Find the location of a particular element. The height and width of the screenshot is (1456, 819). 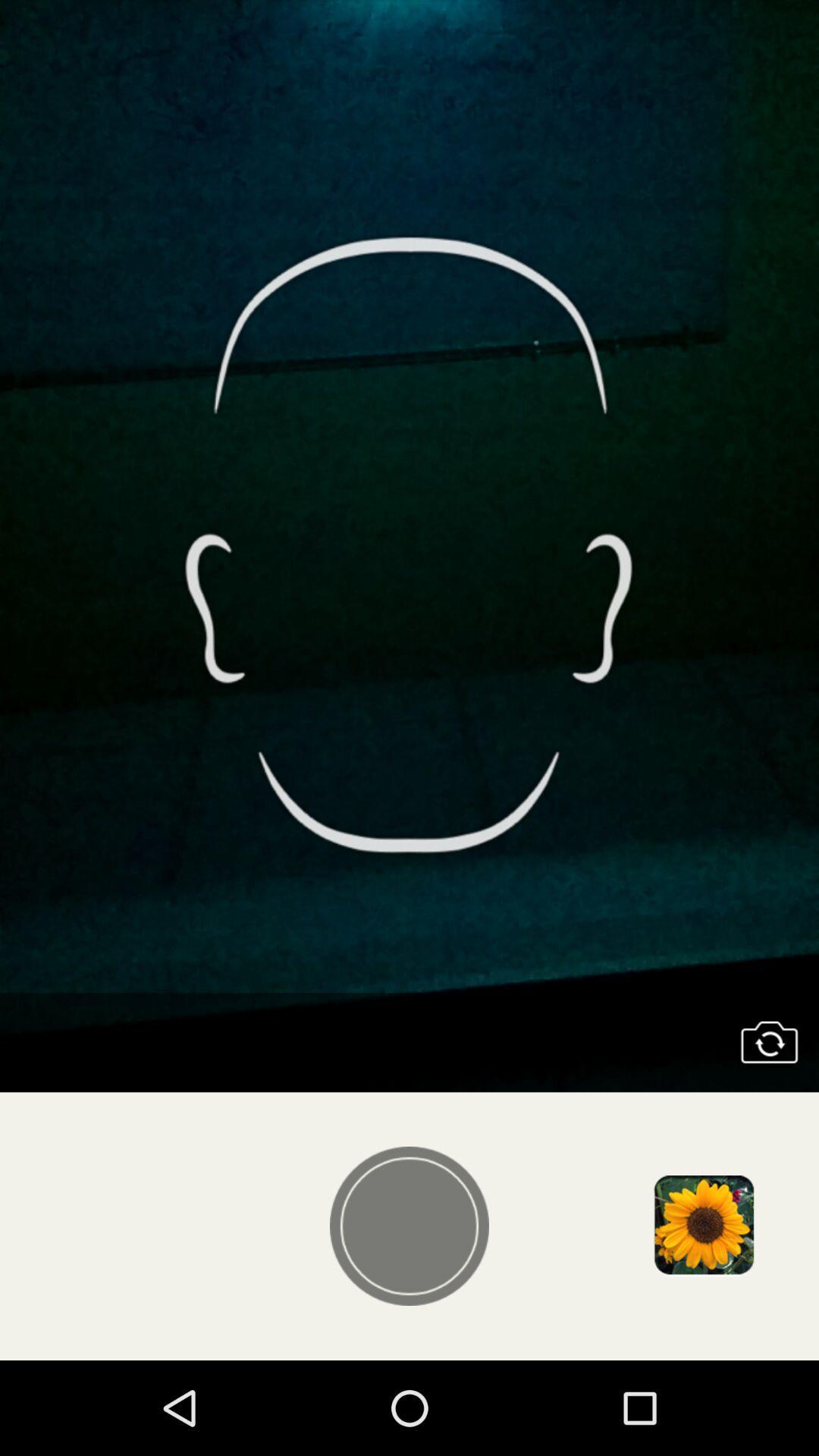

share the article is located at coordinates (703, 1226).